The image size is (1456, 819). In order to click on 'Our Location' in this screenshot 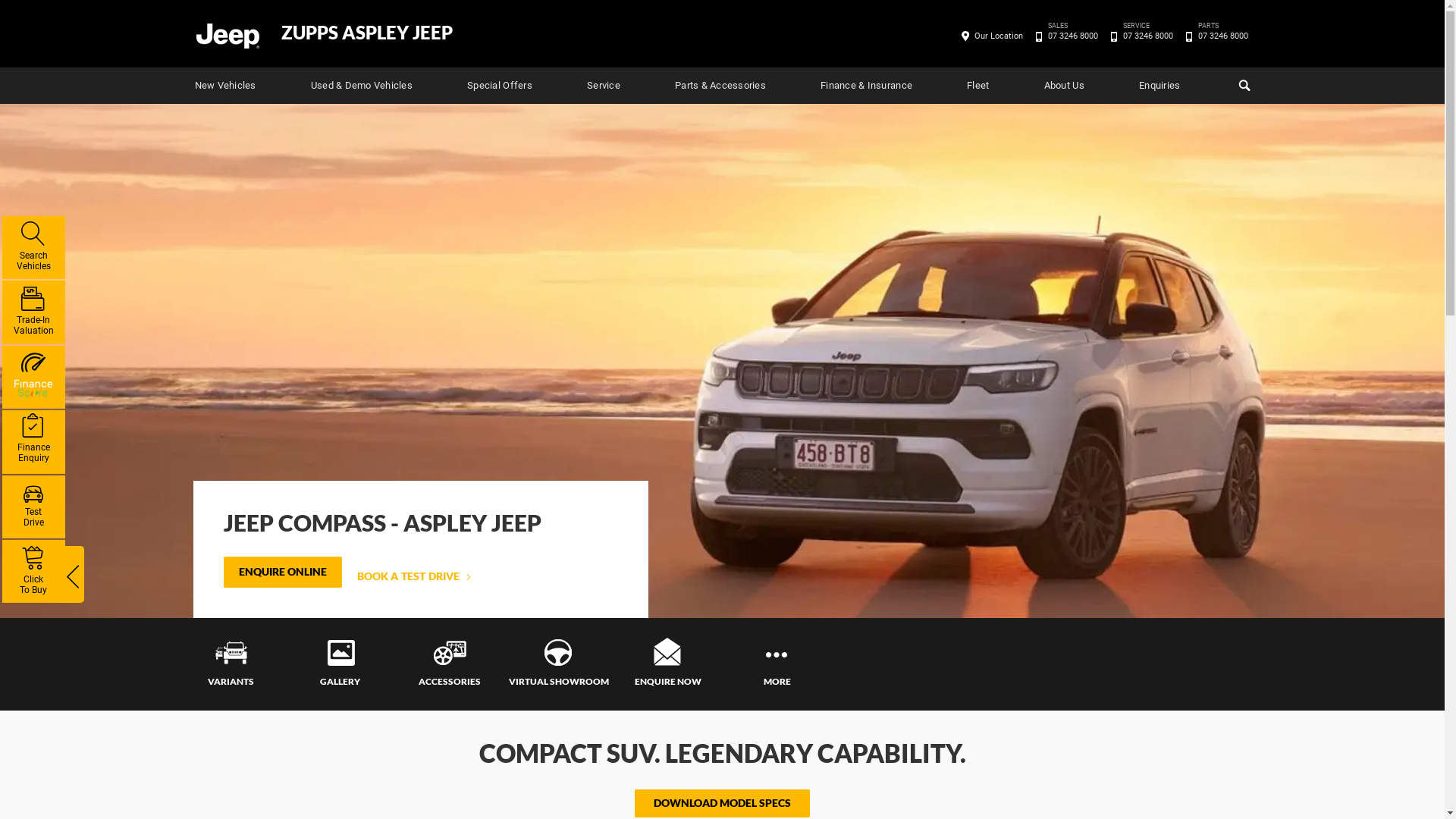, I will do `click(998, 35)`.